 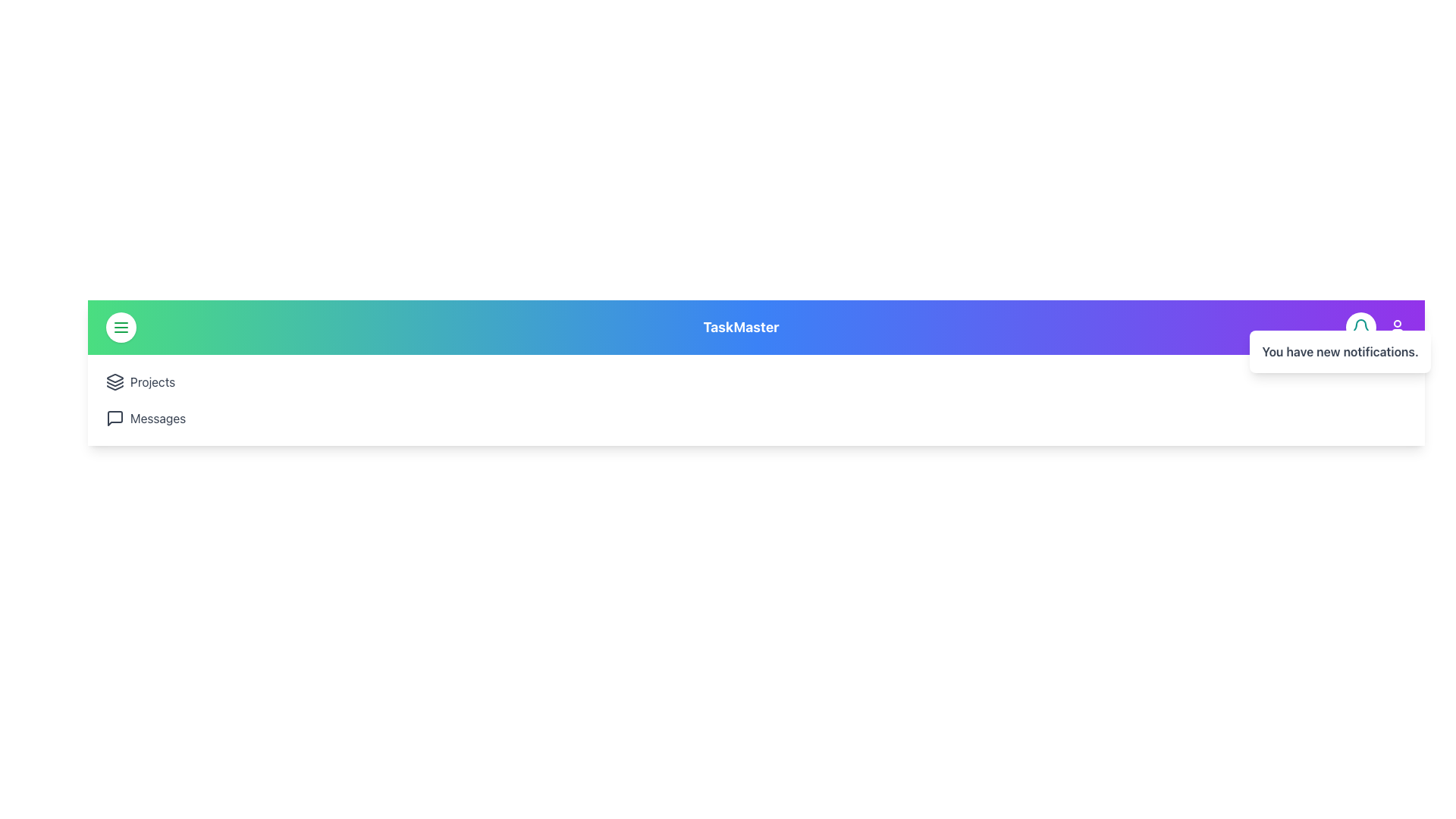 I want to click on the circular white button with a green menu icon located in the top-left corner of the interface, so click(x=120, y=327).